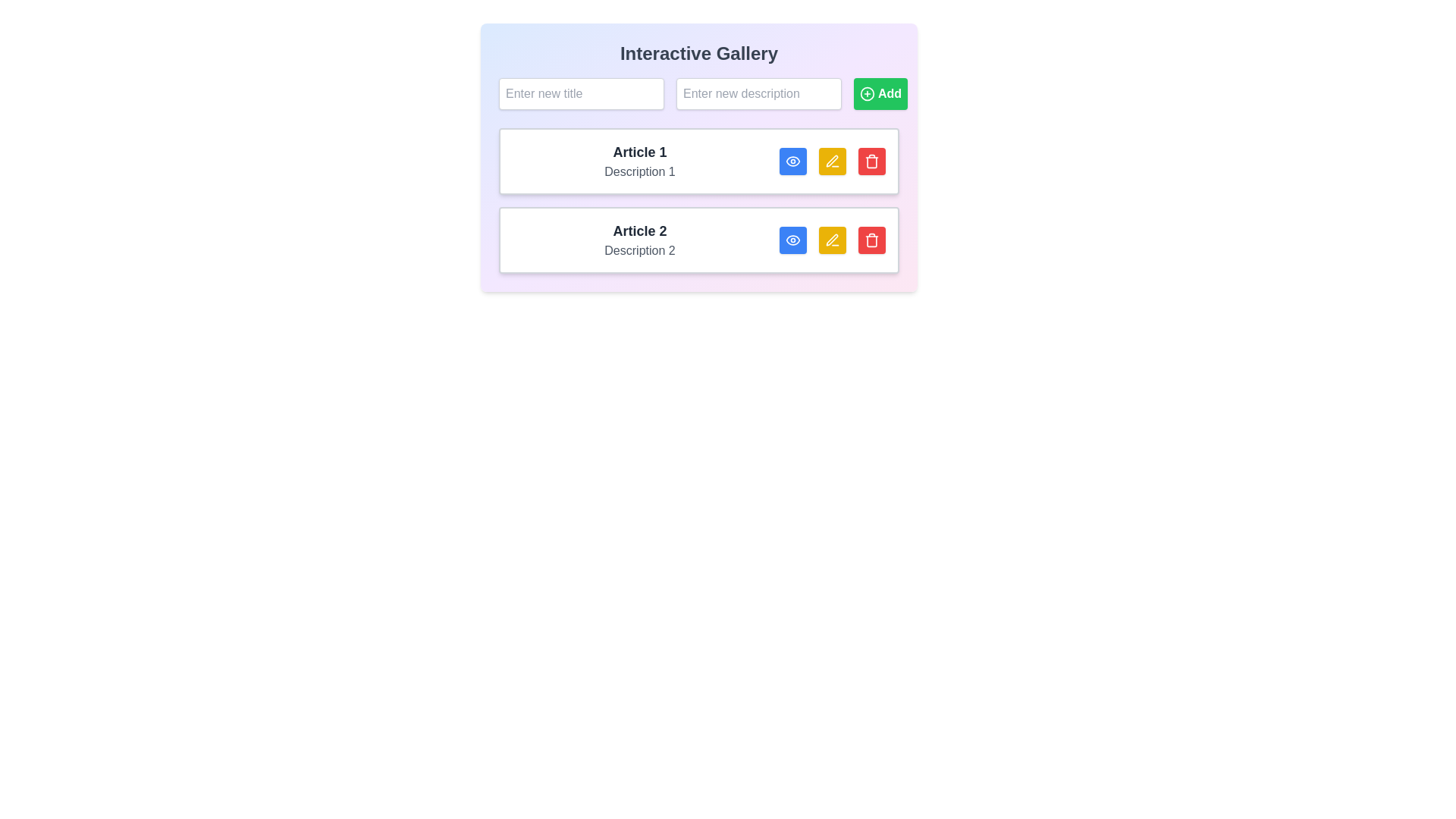  Describe the element at coordinates (872, 161) in the screenshot. I see `the red square-shaped button with a white trashcan icon in the upper-right section of 'Article 1' to initiate deletion` at that location.